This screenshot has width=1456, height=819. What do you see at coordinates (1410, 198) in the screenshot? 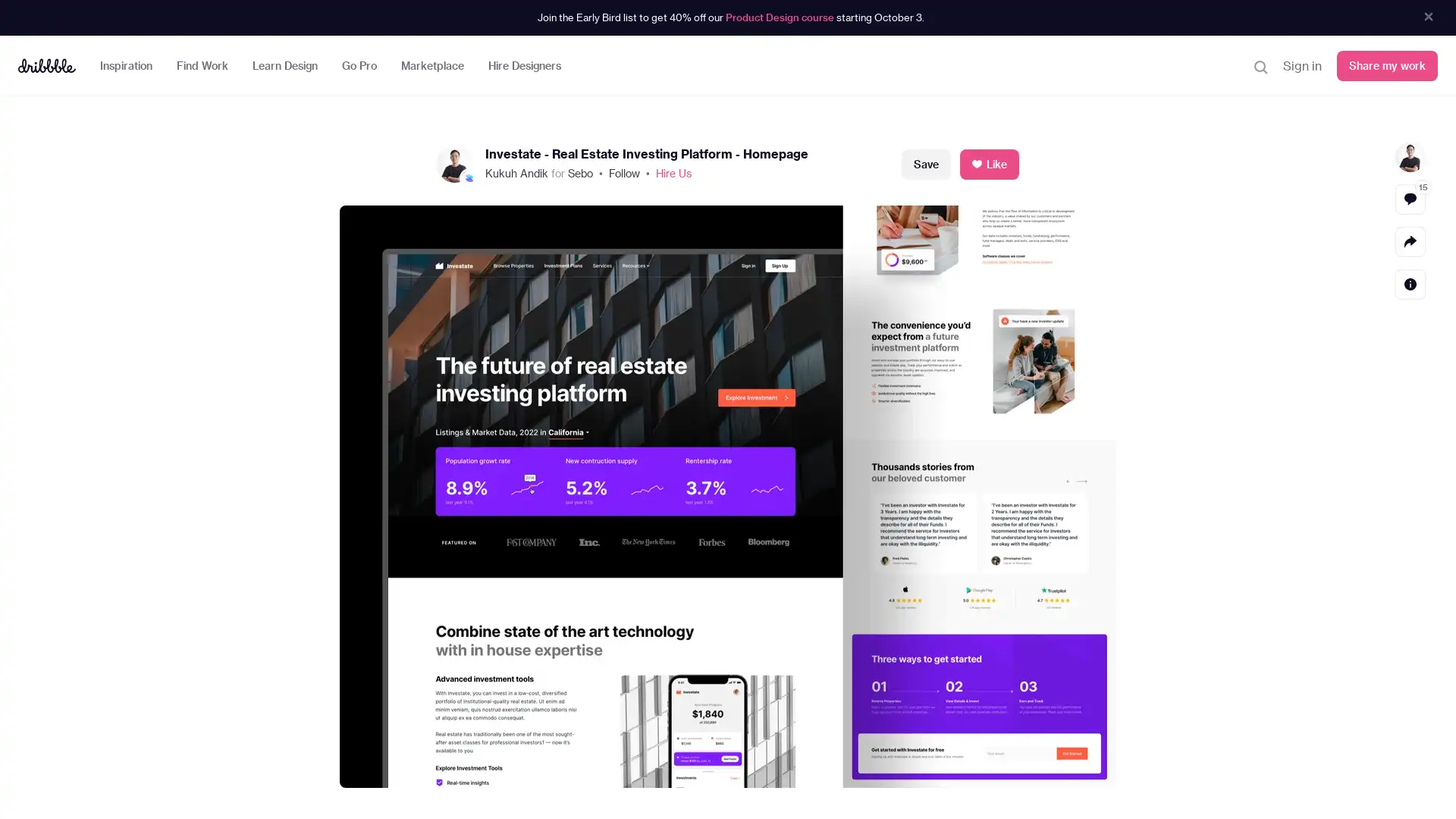
I see `View comments 15` at bounding box center [1410, 198].